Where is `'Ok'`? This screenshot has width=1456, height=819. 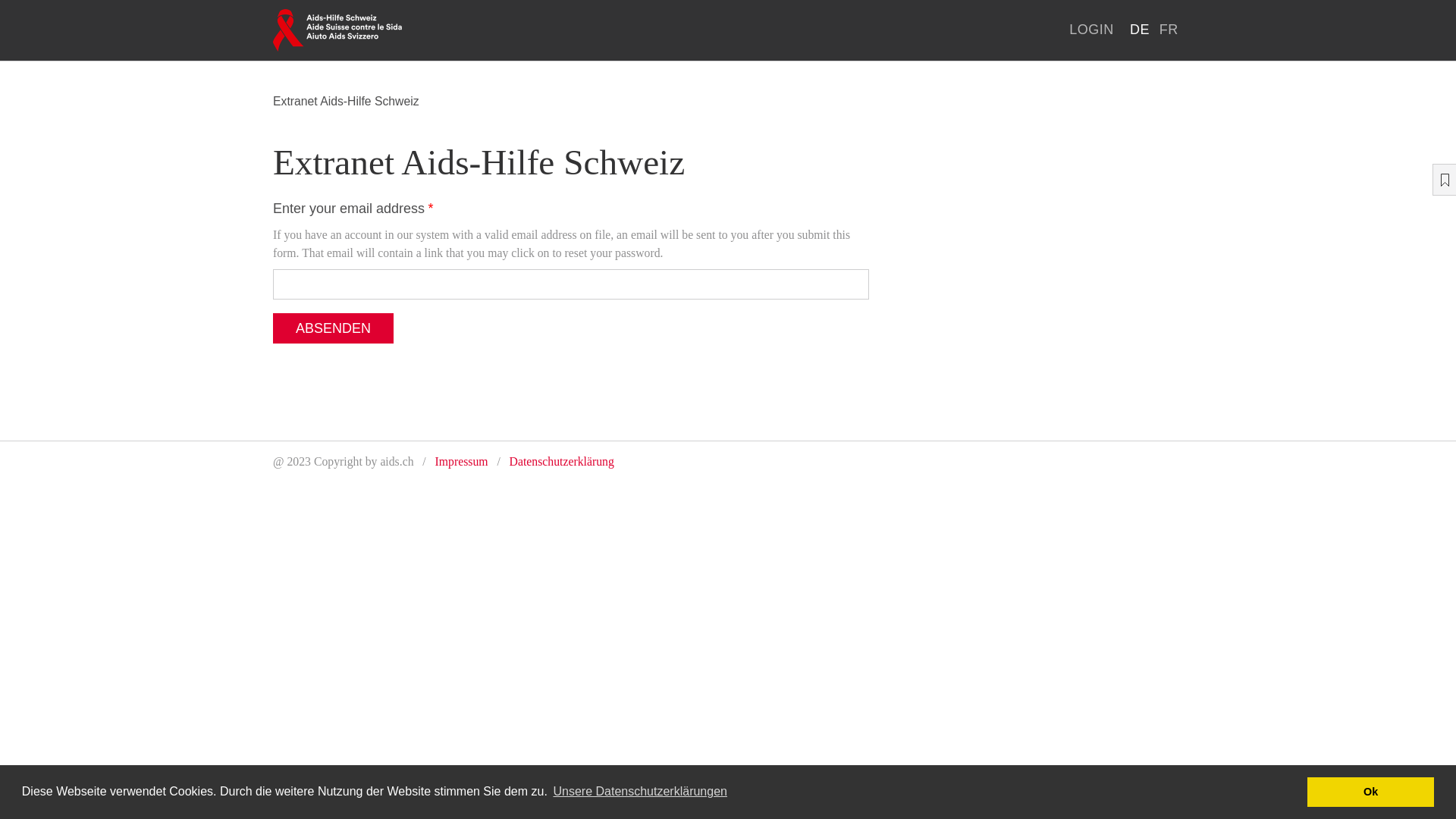 'Ok' is located at coordinates (1306, 791).